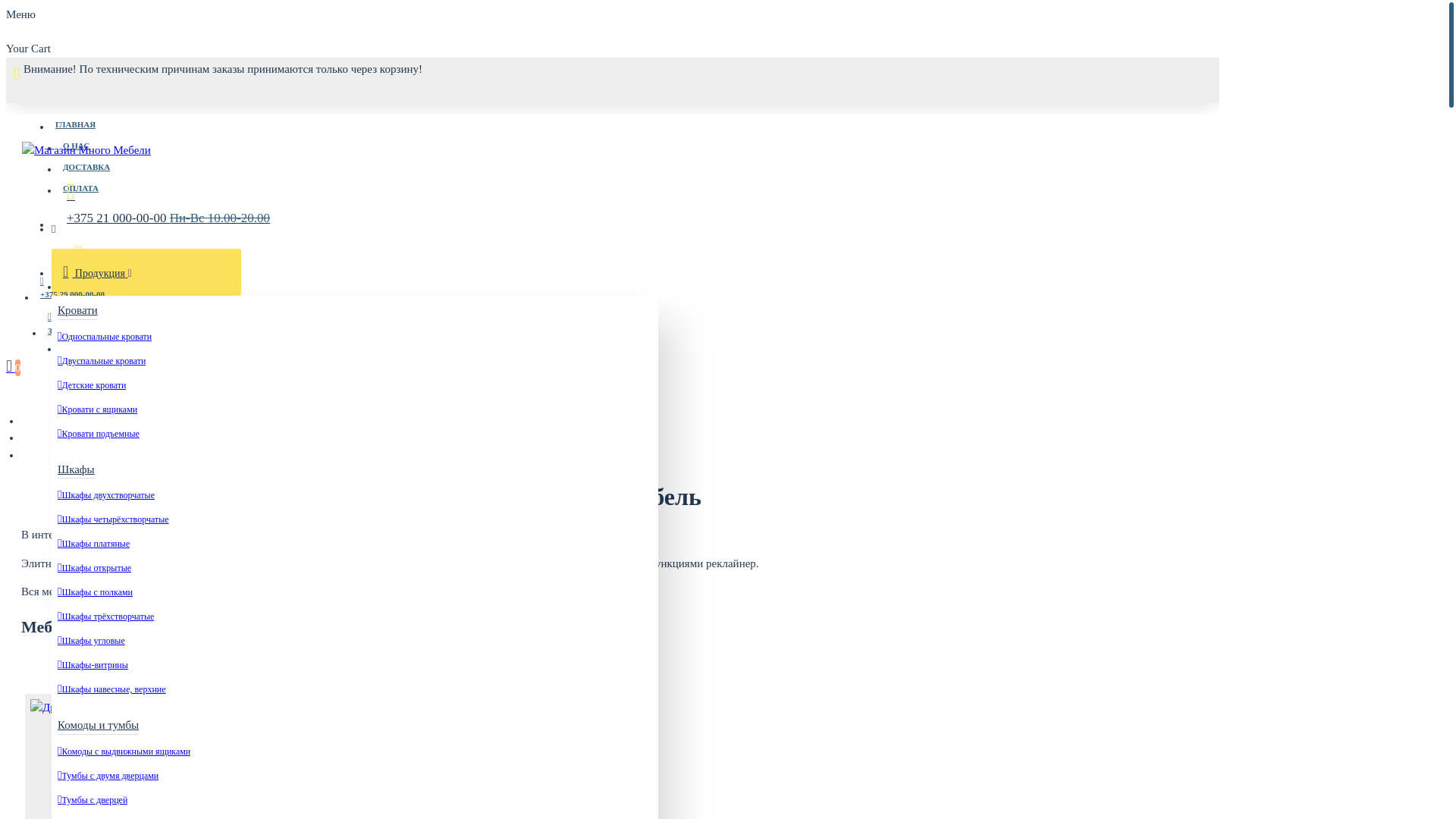 This screenshot has width=1456, height=819. I want to click on '+375 29 000-00-00', so click(71, 287).